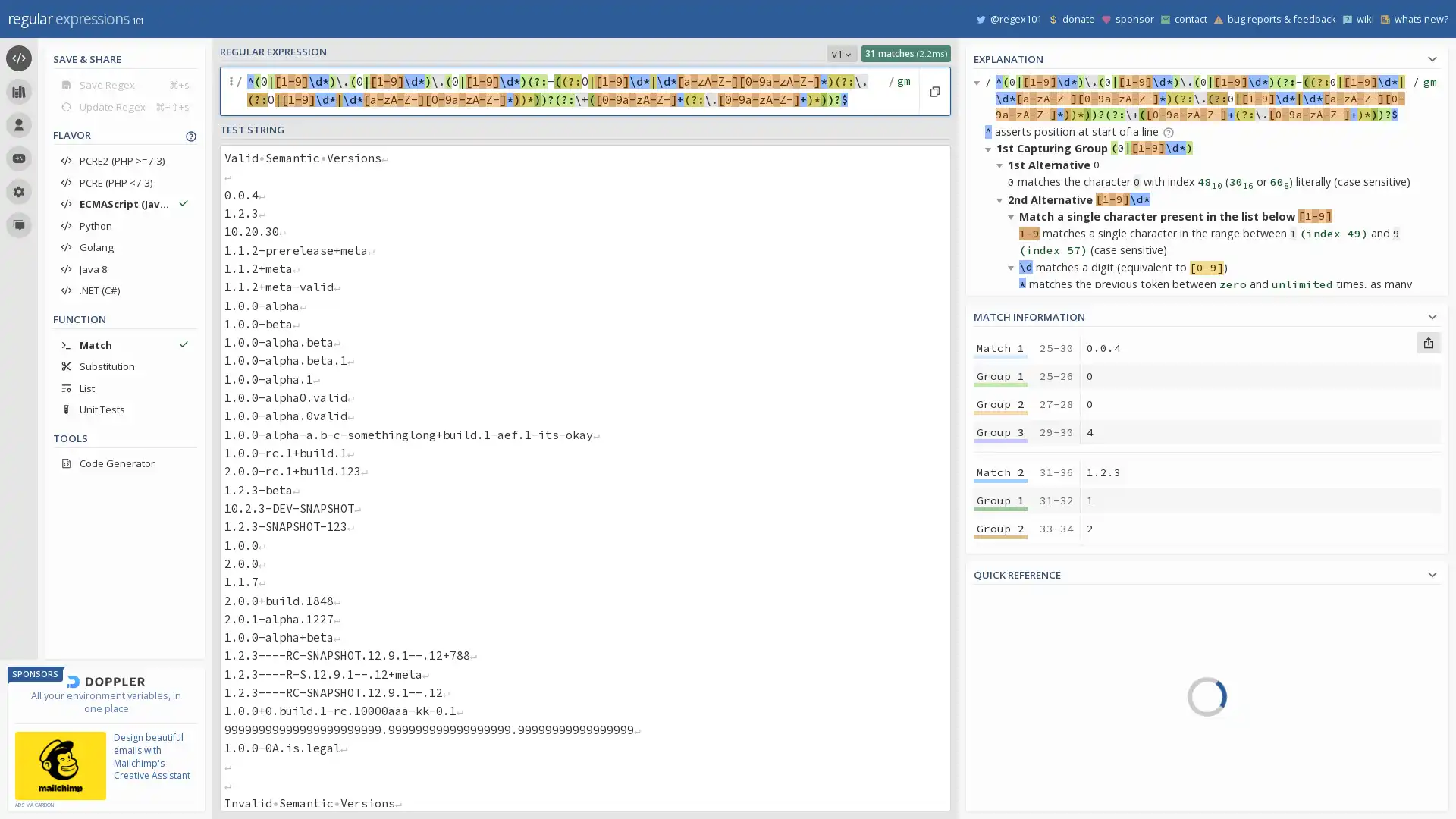 The width and height of the screenshot is (1456, 819). I want to click on Collapse Subtree, so click(1002, 576).